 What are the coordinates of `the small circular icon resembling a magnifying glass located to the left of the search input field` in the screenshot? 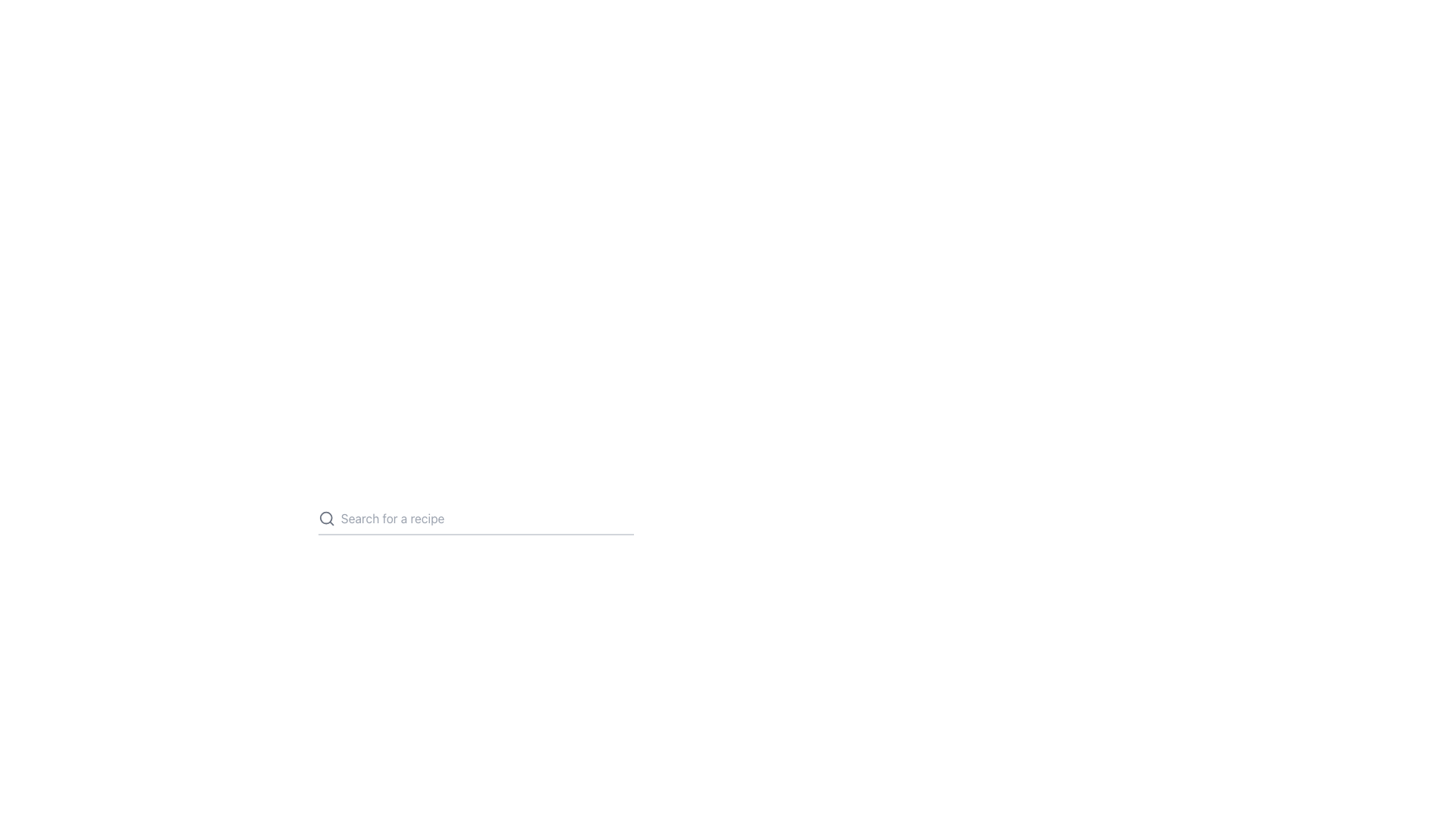 It's located at (325, 517).